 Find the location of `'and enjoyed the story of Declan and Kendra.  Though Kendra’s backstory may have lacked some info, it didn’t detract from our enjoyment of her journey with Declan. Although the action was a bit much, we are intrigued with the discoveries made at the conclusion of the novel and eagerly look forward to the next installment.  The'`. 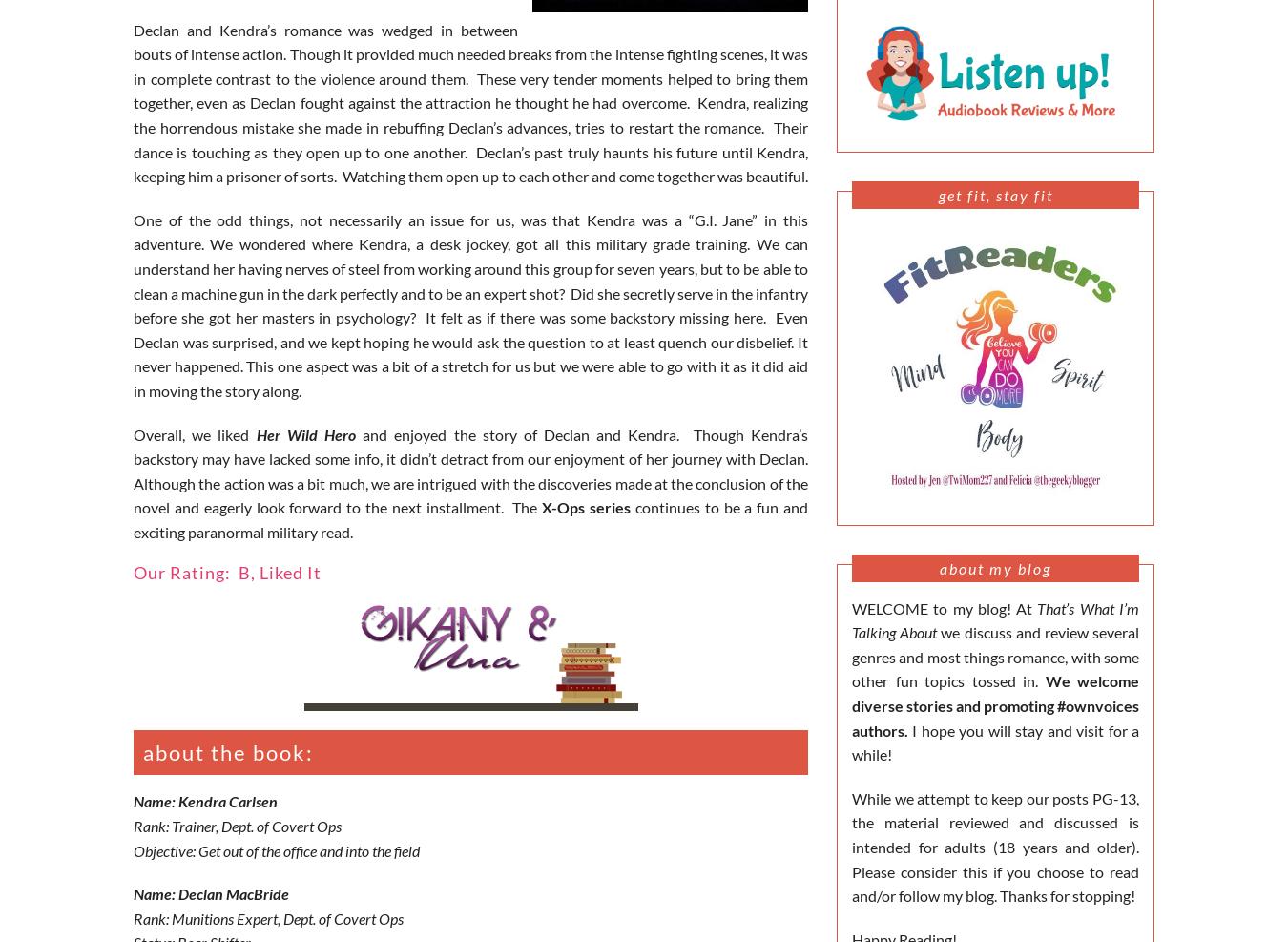

'and enjoyed the story of Declan and Kendra.  Though Kendra’s backstory may have lacked some info, it didn’t detract from our enjoyment of her journey with Declan. Although the action was a bit much, we are intrigued with the discoveries made at the conclusion of the novel and eagerly look forward to the next installment.  The' is located at coordinates (469, 470).